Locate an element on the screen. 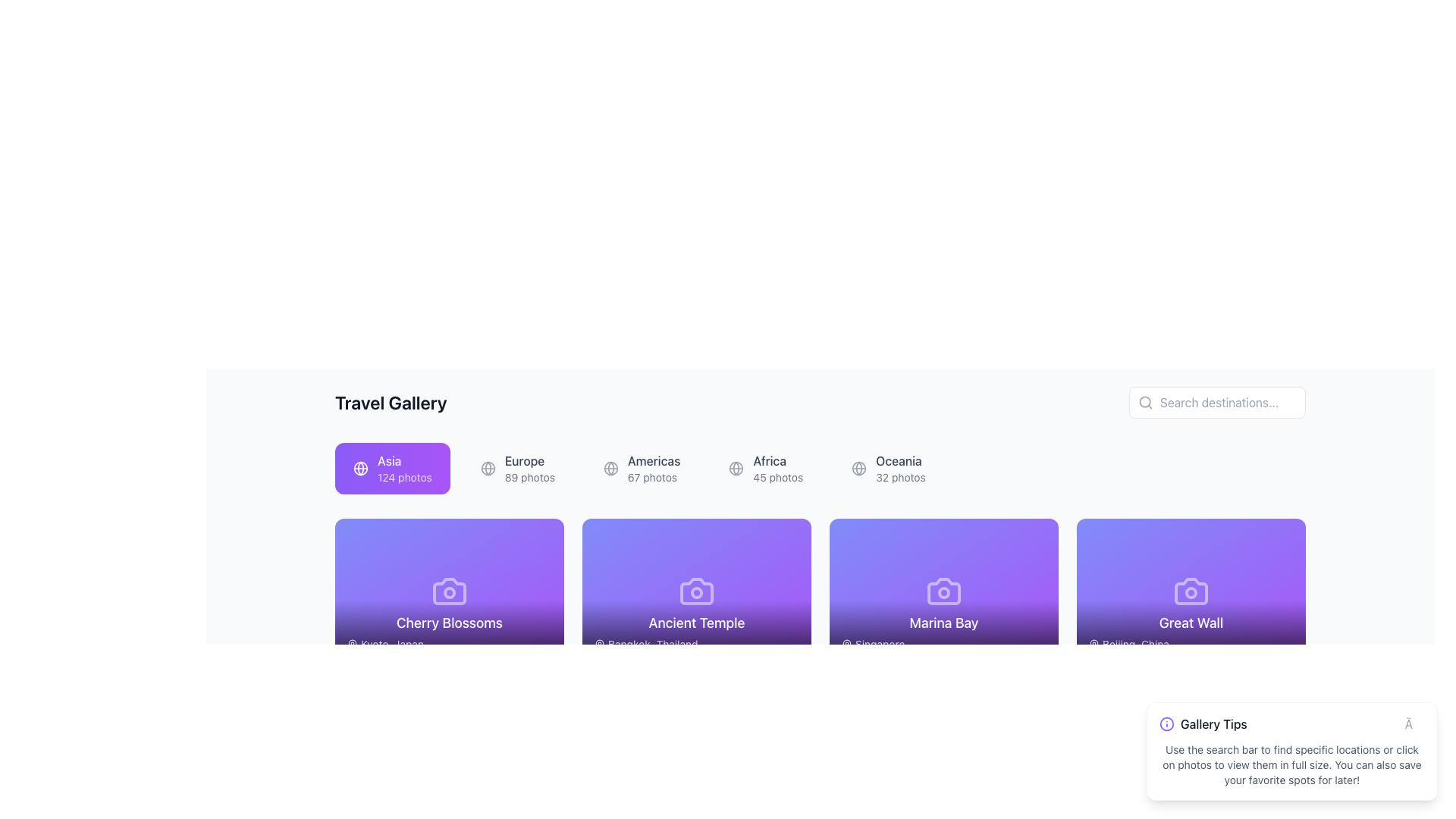 The width and height of the screenshot is (1456, 819). the Decorative SVG circle that represents a lens in the camera icon of the 'Great Wall' card, located on the purple background is located at coordinates (1190, 592).